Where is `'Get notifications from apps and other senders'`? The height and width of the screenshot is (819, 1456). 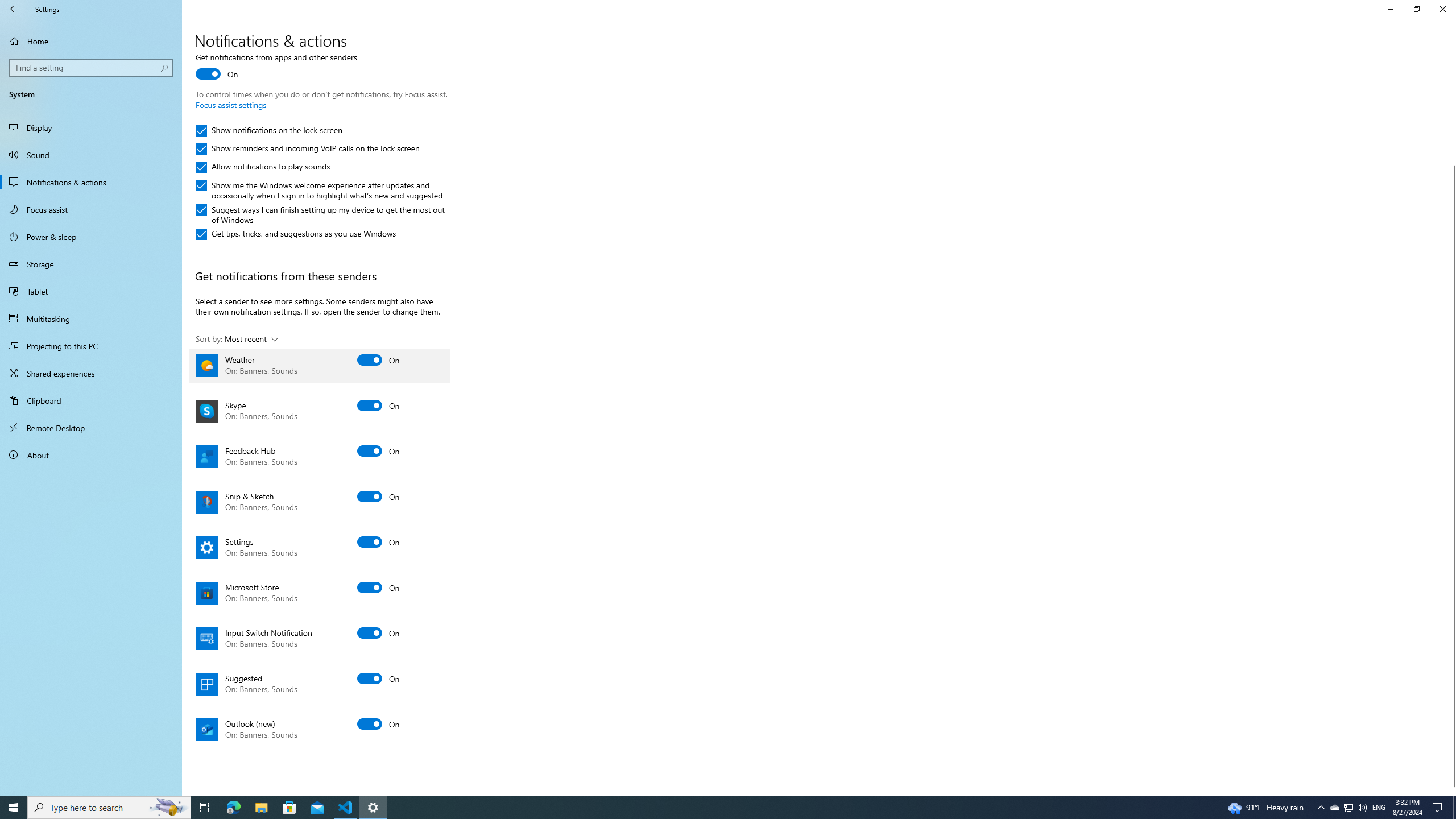 'Get notifications from apps and other senders' is located at coordinates (276, 67).